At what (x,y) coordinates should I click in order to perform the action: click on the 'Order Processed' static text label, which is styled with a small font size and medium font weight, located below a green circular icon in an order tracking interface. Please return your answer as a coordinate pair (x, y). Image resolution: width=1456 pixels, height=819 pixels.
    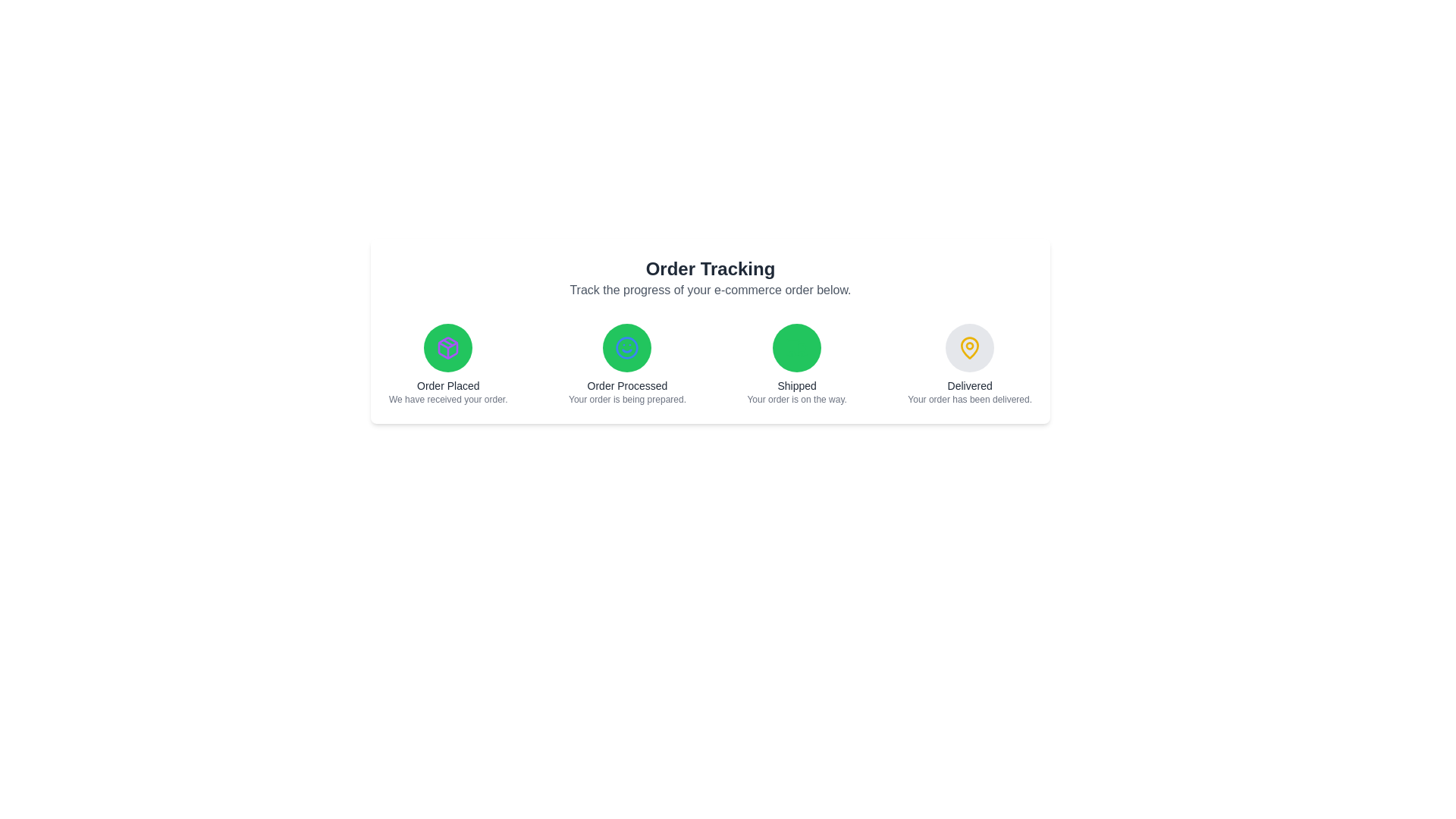
    Looking at the image, I should click on (627, 385).